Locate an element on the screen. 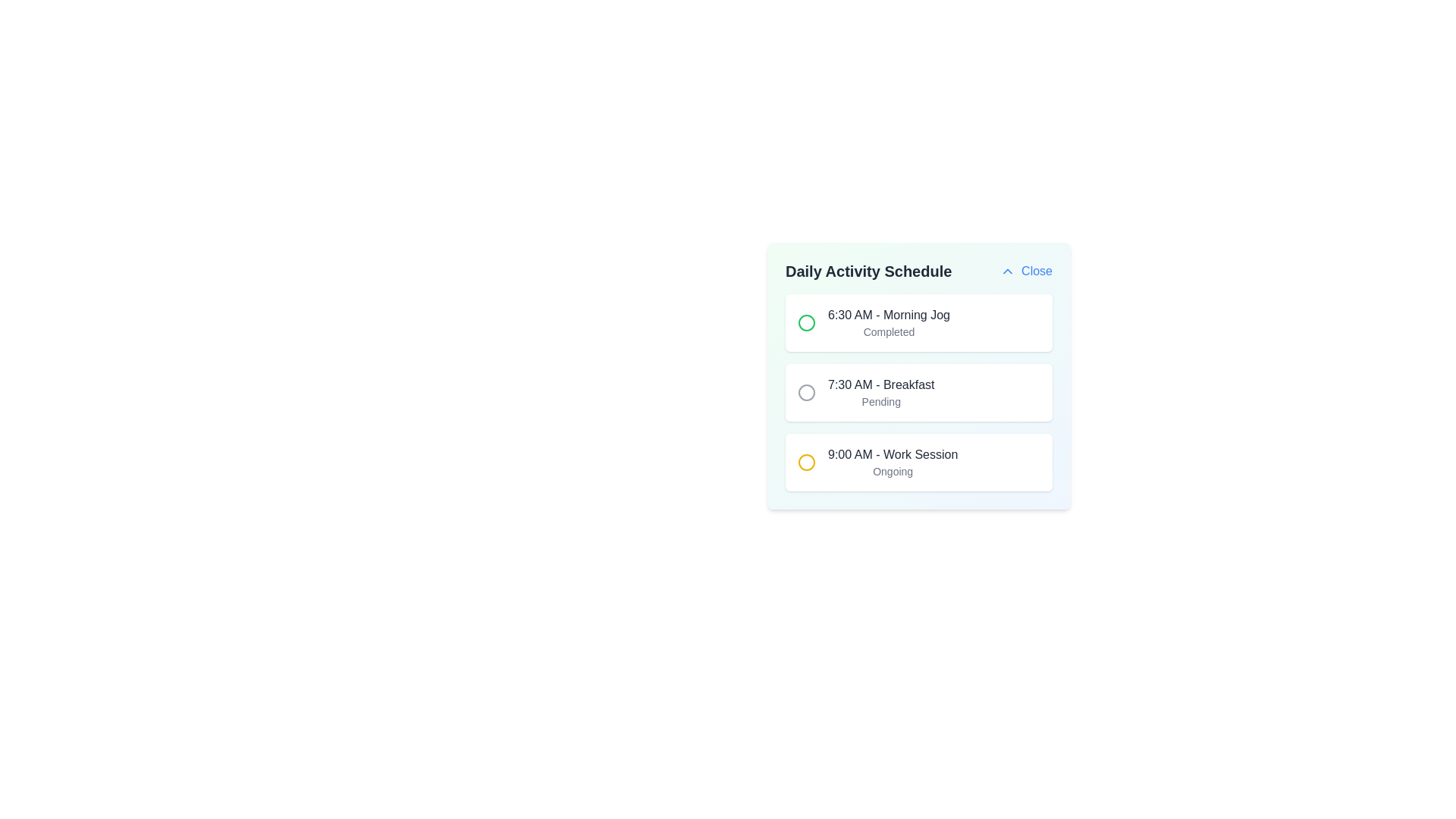  the text display that shows the current status 'Pending' for the '7:30 AM - Breakfast' activity, located beneath the respective time text is located at coordinates (881, 400).